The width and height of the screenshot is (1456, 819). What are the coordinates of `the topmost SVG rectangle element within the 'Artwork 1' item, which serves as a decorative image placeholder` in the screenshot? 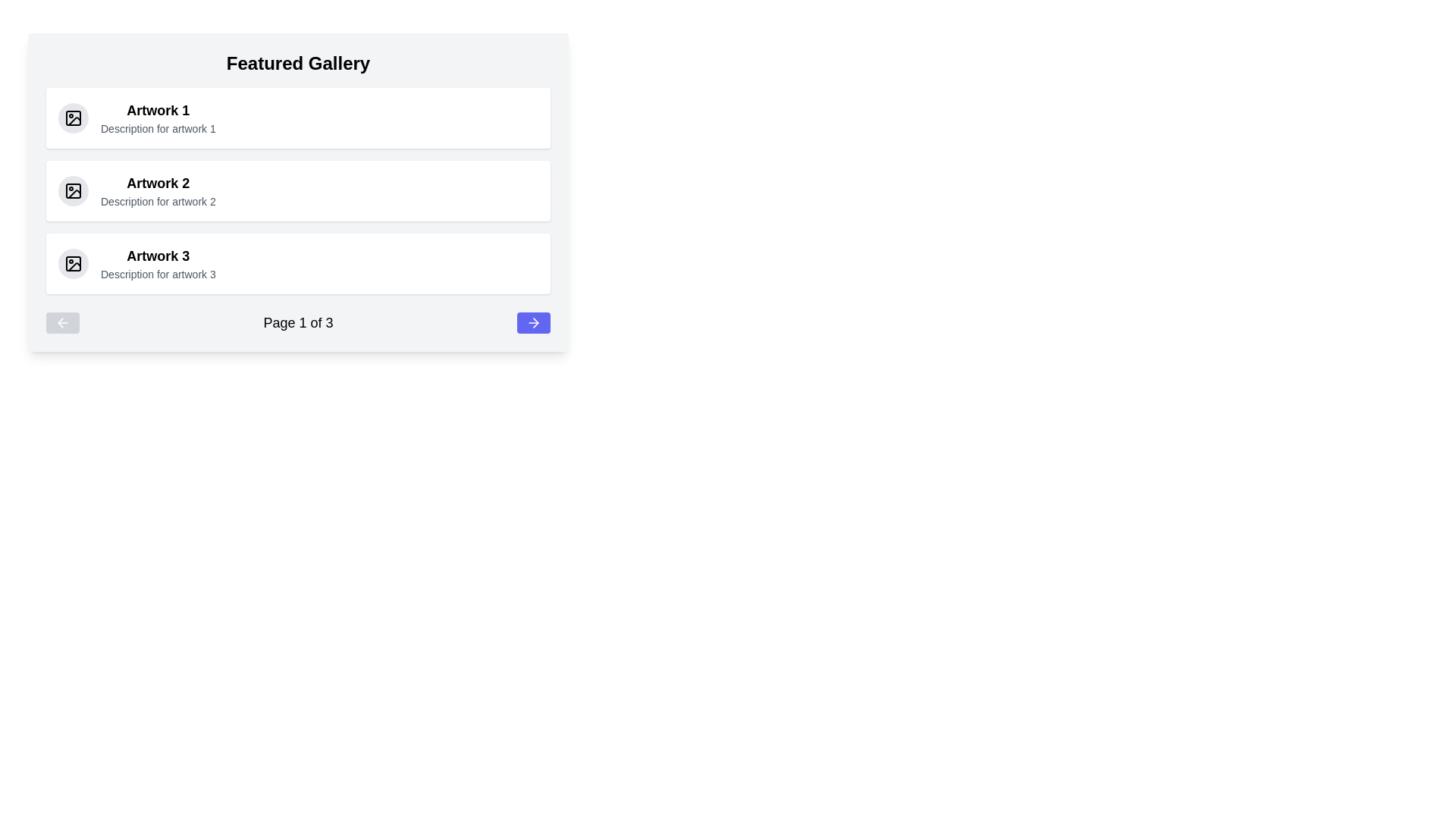 It's located at (72, 117).